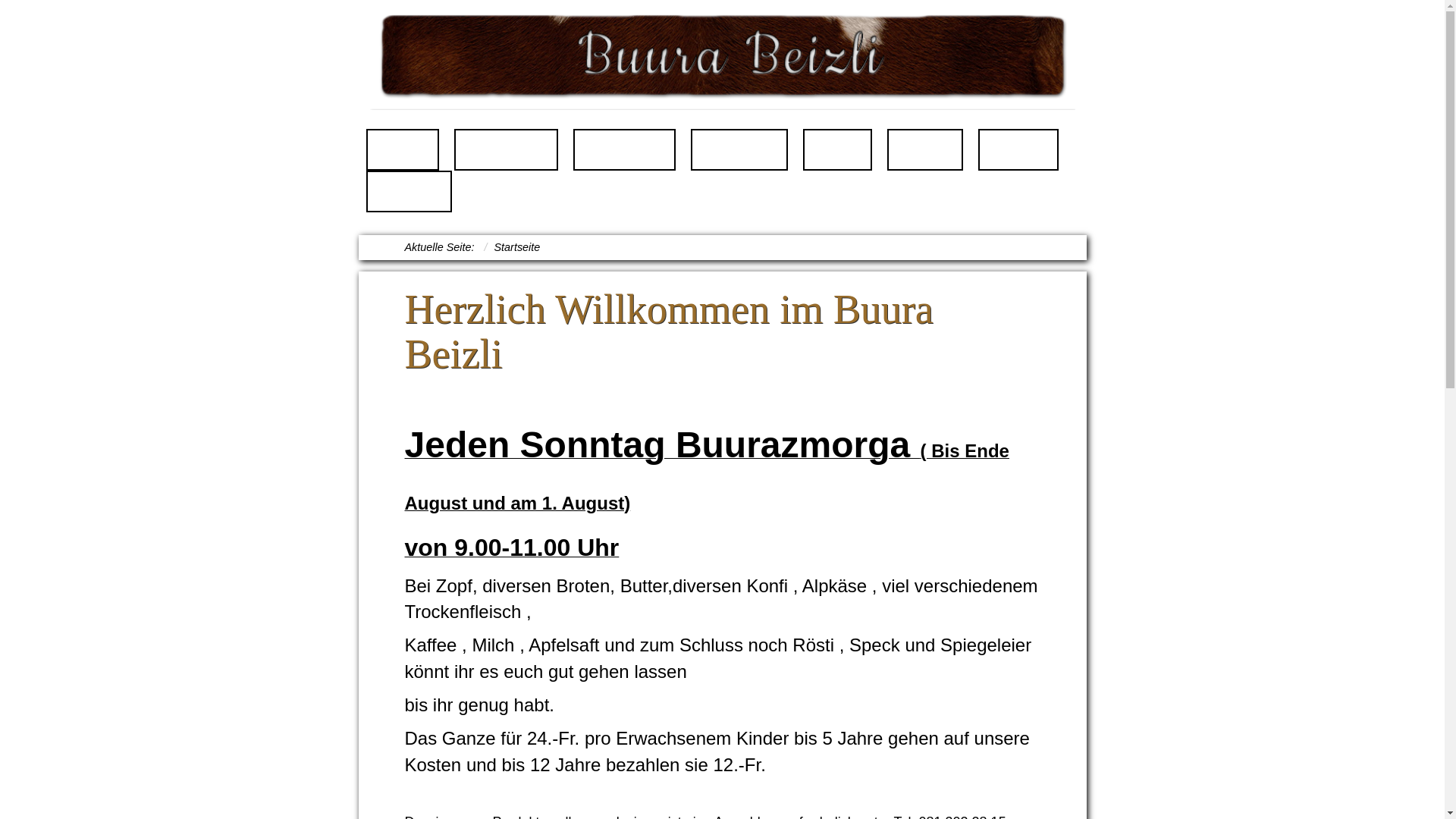 The image size is (1456, 819). What do you see at coordinates (506, 149) in the screenshot?
I see `'Restaurant'` at bounding box center [506, 149].